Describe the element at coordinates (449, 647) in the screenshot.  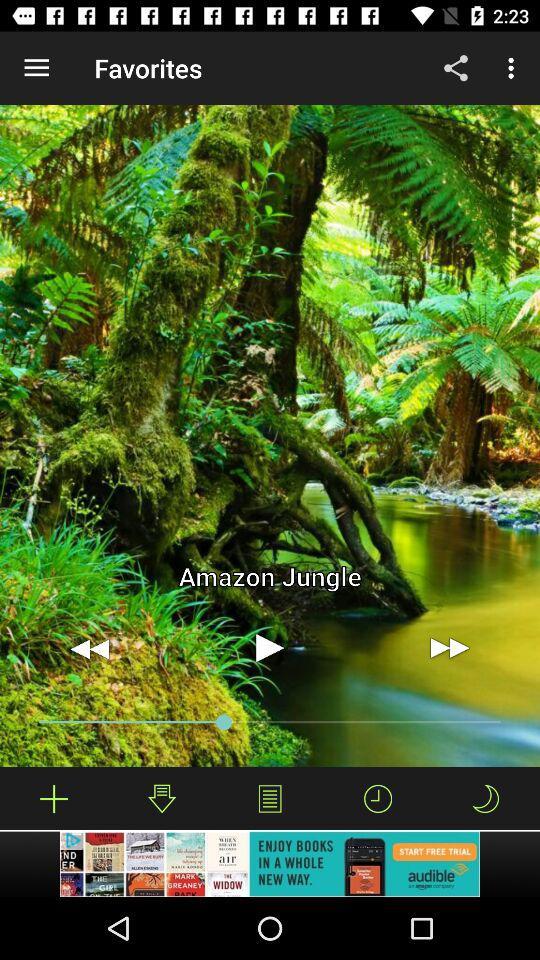
I see `move forward` at that location.